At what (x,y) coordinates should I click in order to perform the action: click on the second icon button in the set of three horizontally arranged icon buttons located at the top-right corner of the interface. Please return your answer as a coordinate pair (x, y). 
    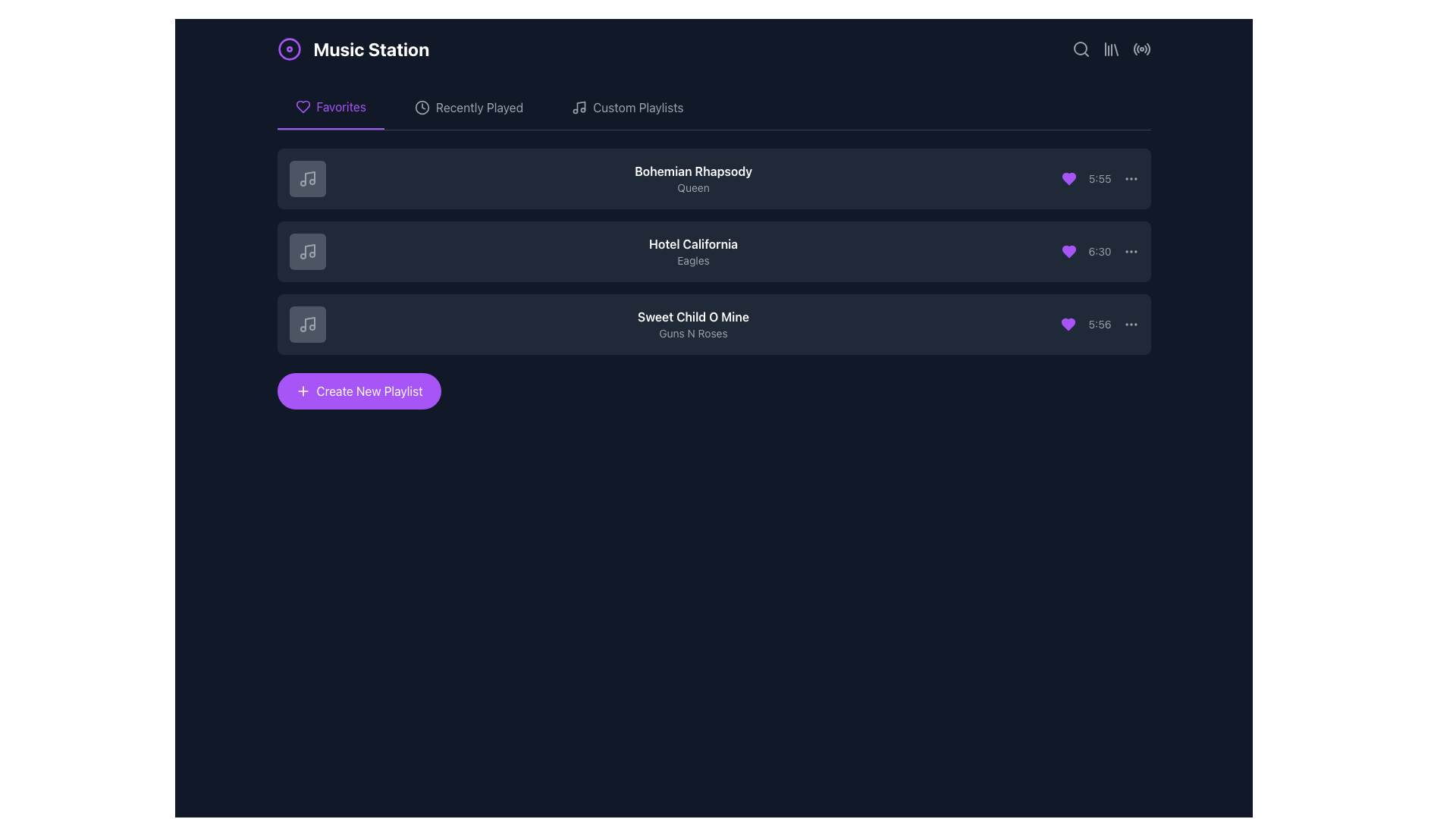
    Looking at the image, I should click on (1111, 49).